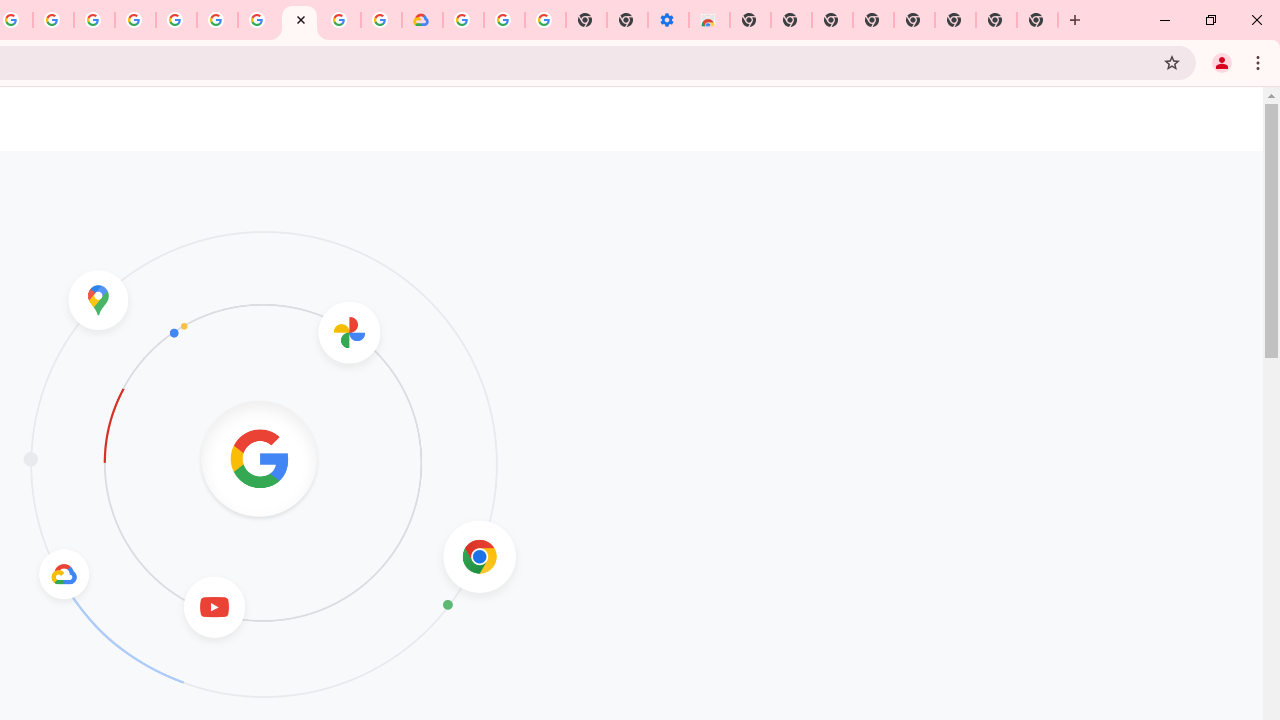 This screenshot has height=720, width=1280. Describe the element at coordinates (1171, 61) in the screenshot. I see `'Bookmark this tab'` at that location.